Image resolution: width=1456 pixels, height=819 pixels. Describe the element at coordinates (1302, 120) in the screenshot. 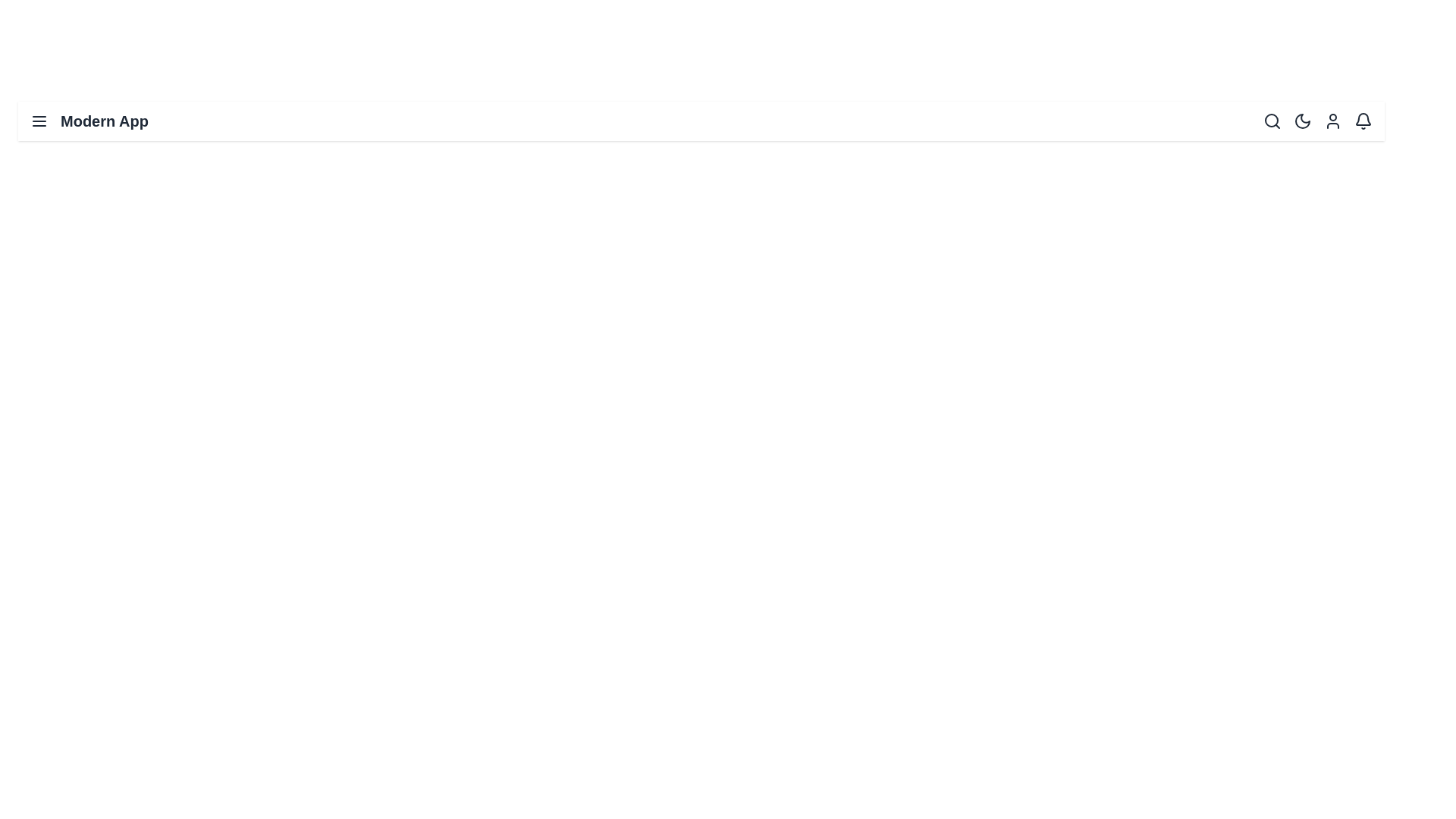

I see `the sun/moon toggle button to switch between dark mode and light mode` at that location.